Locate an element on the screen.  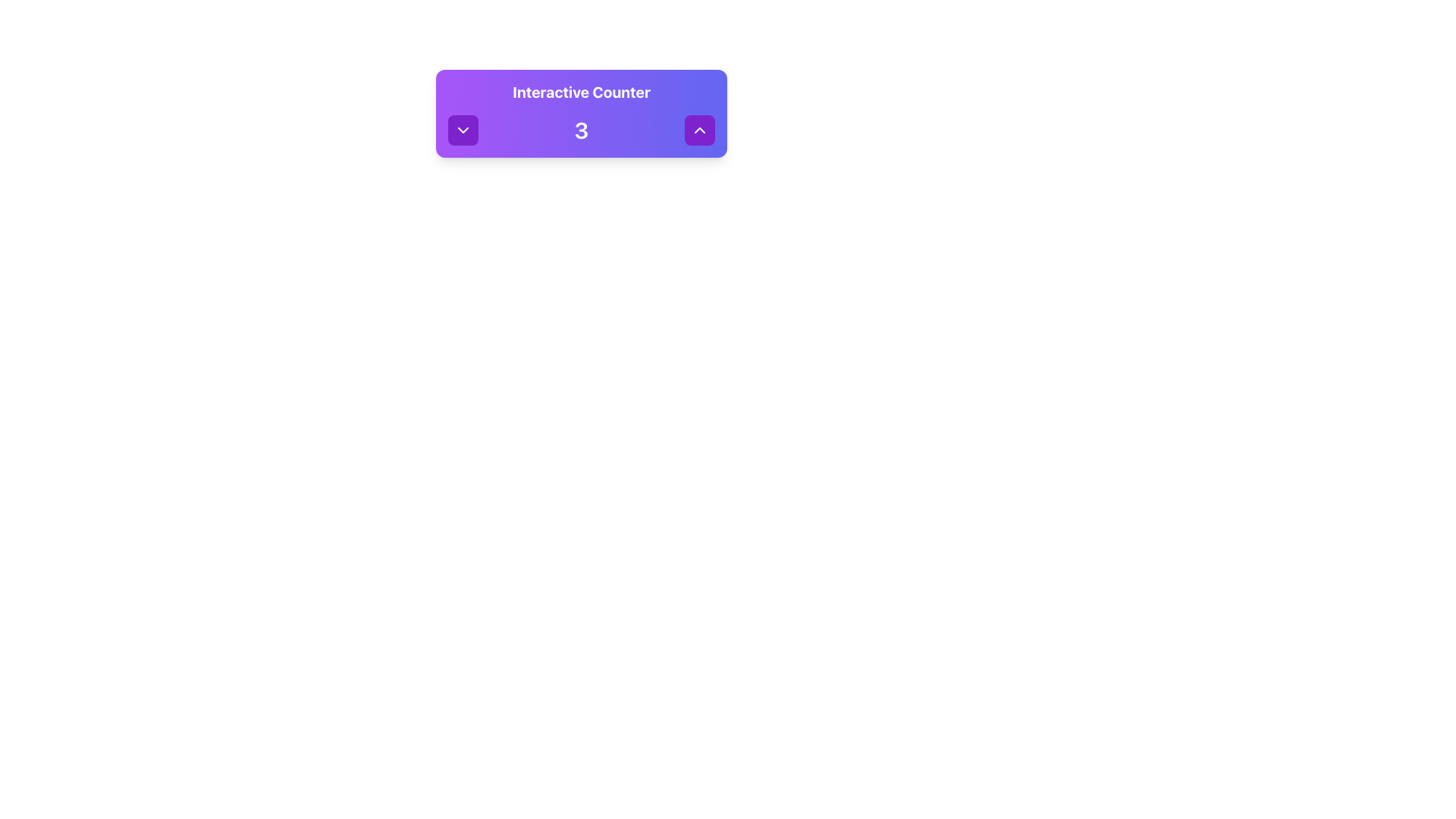
the chevron-shaped arrow button with a purple background located at the top right of the window, adjacent to the center numerical counter display is located at coordinates (698, 130).